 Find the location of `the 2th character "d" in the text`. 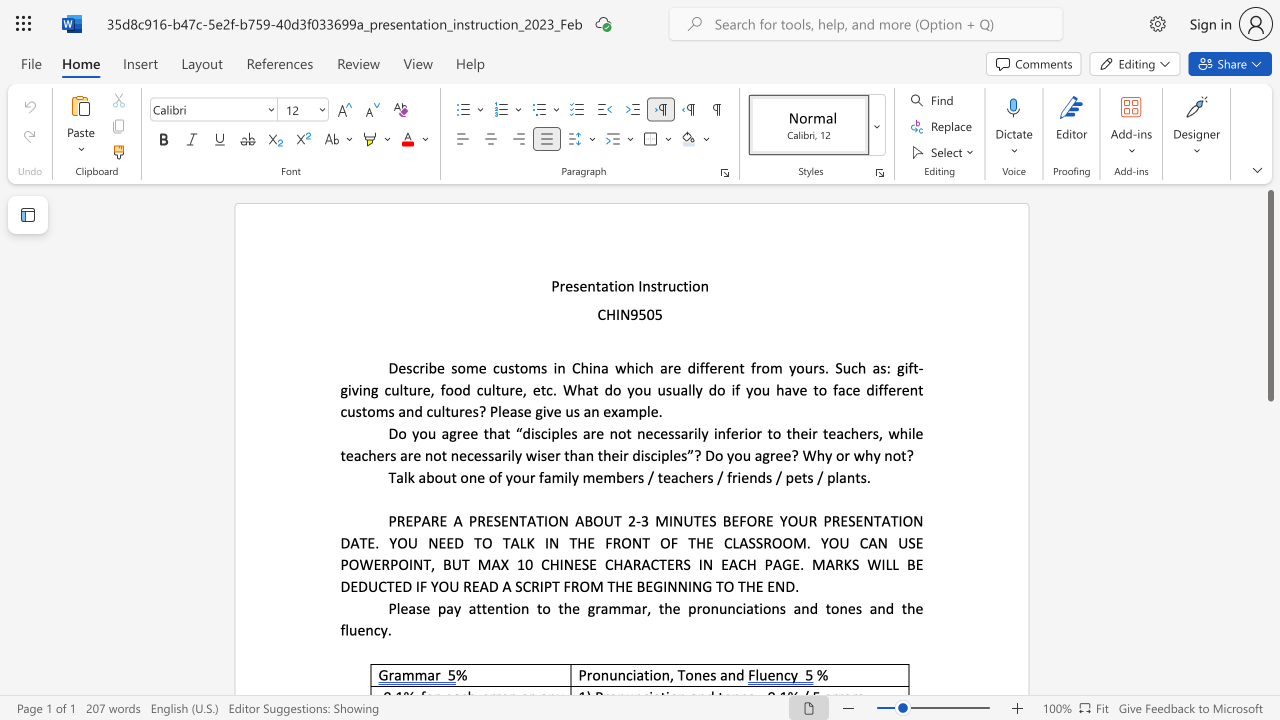

the 2th character "d" in the text is located at coordinates (888, 607).